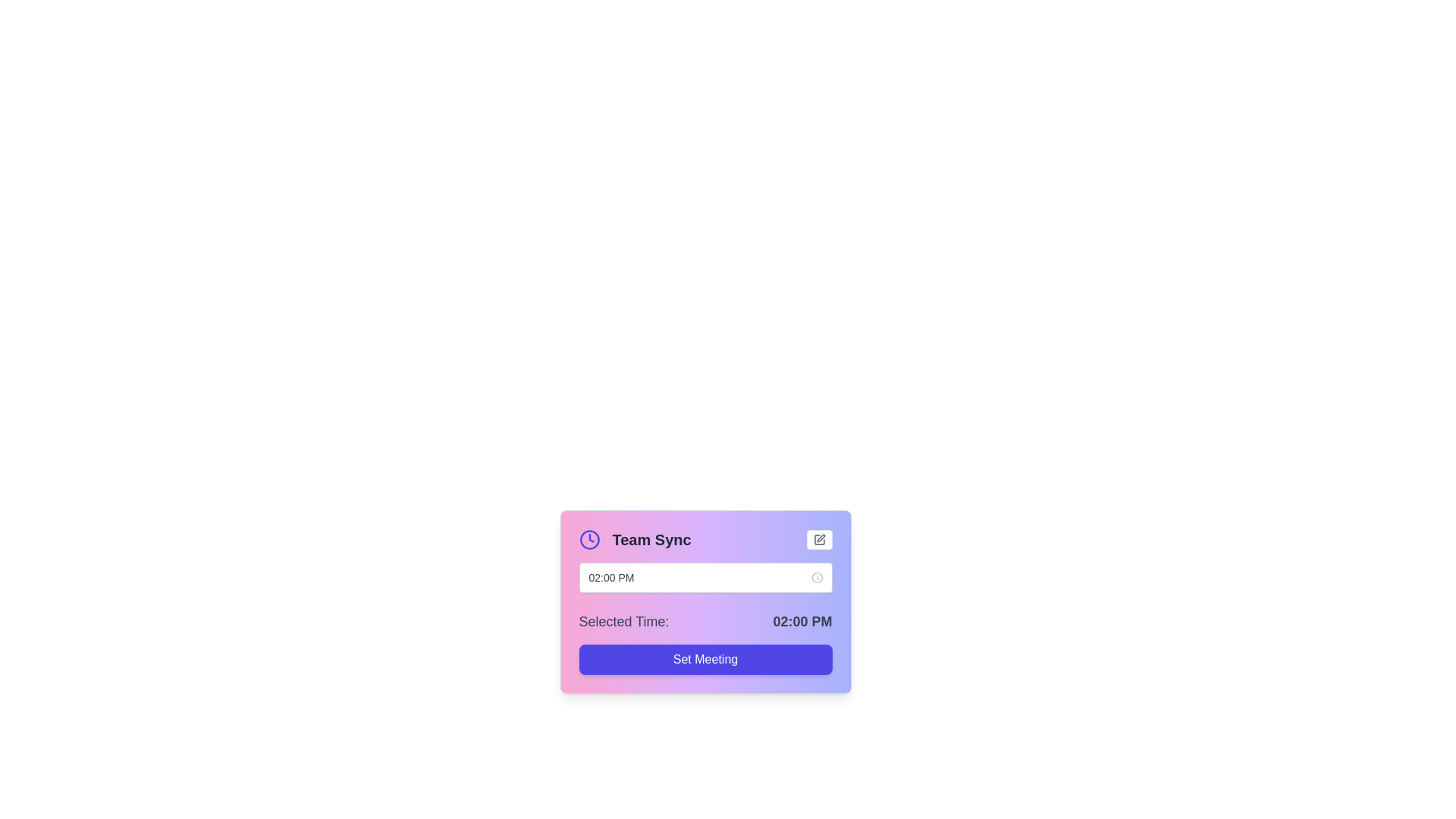  Describe the element at coordinates (651, 539) in the screenshot. I see `the header text element that serves as a title, located next to the left-aligned clock icon and above the text input field` at that location.